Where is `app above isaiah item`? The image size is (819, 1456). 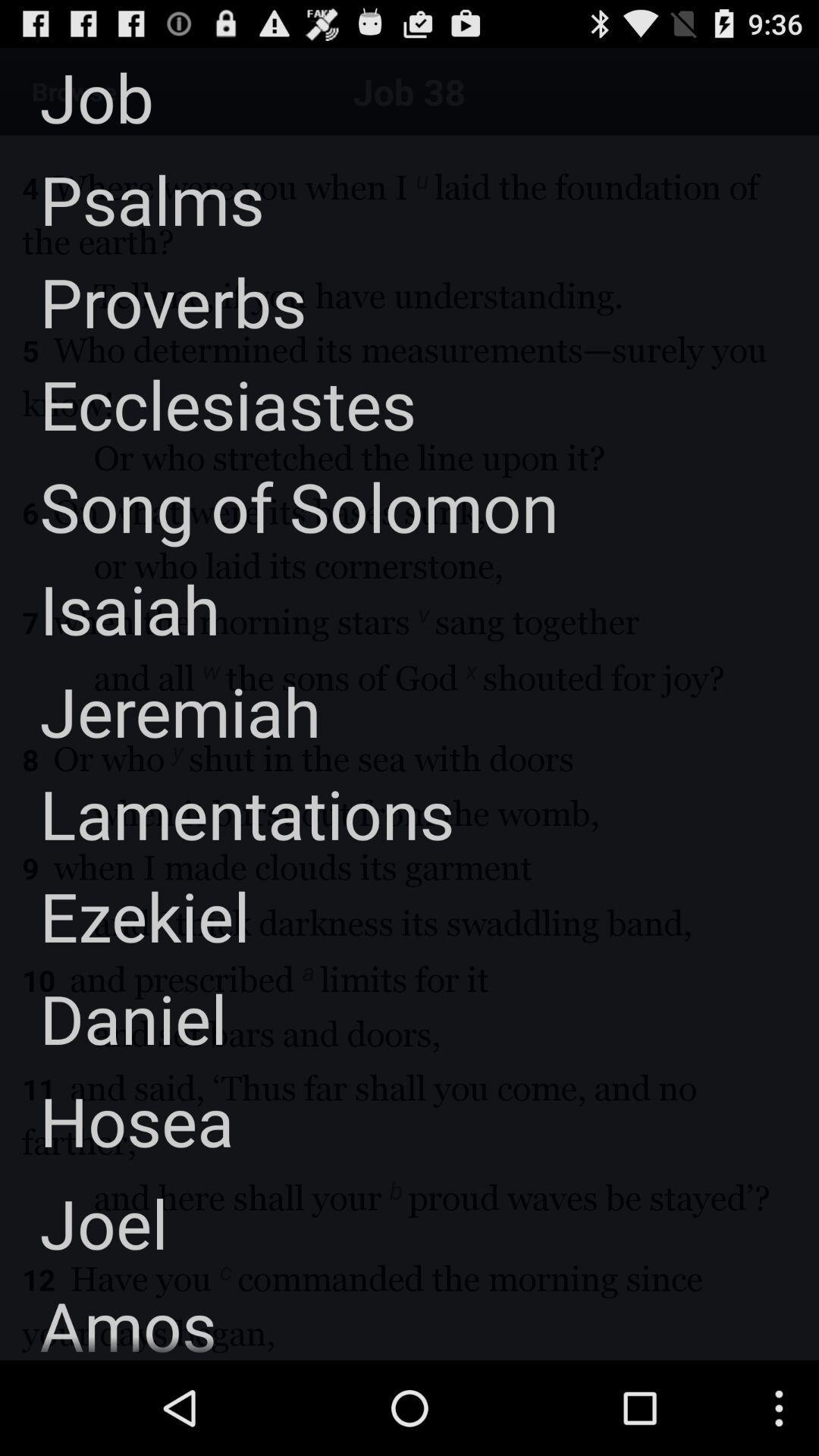
app above isaiah item is located at coordinates (279, 506).